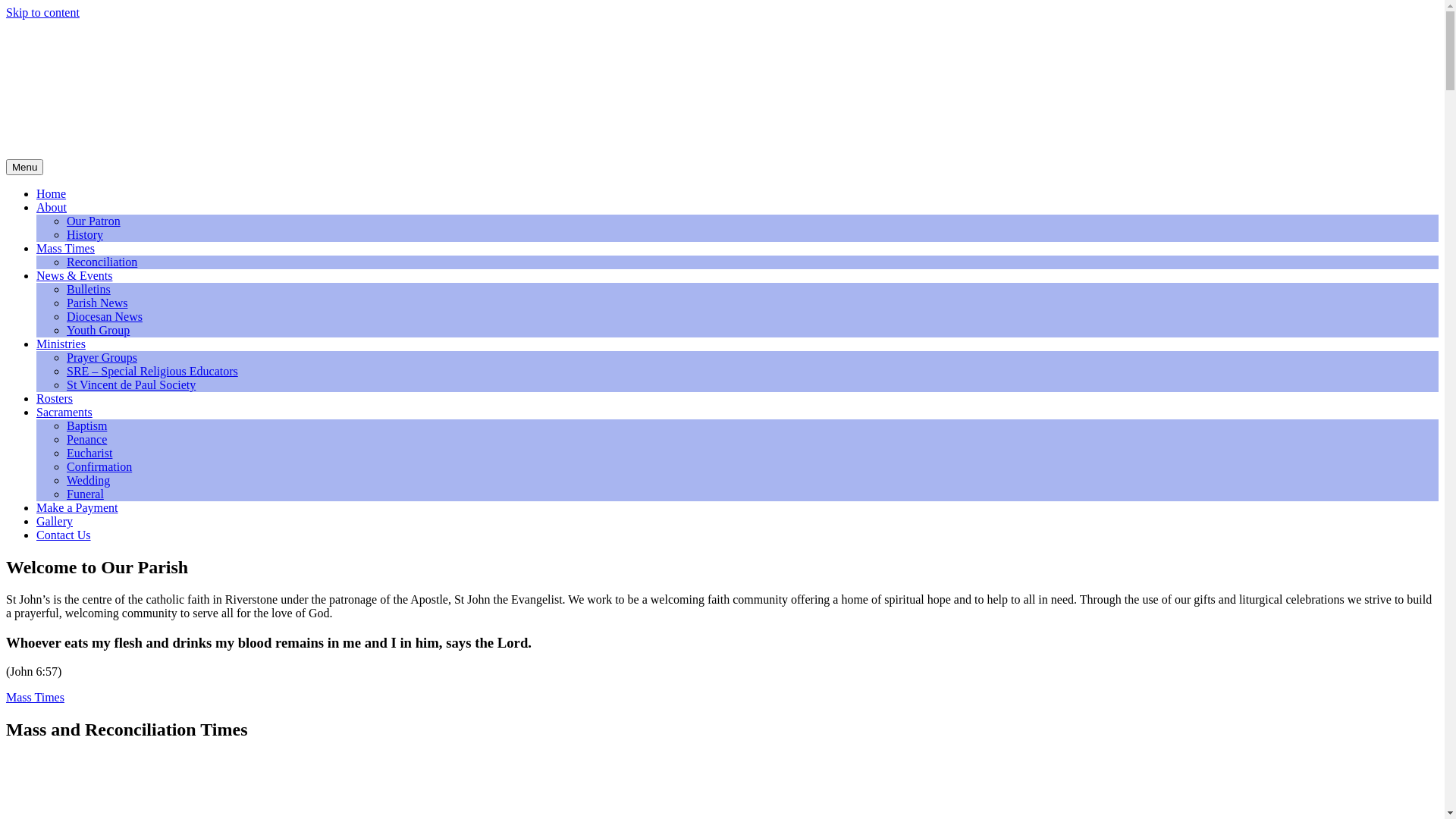 This screenshot has width=1456, height=819. I want to click on 'Menu', so click(24, 167).